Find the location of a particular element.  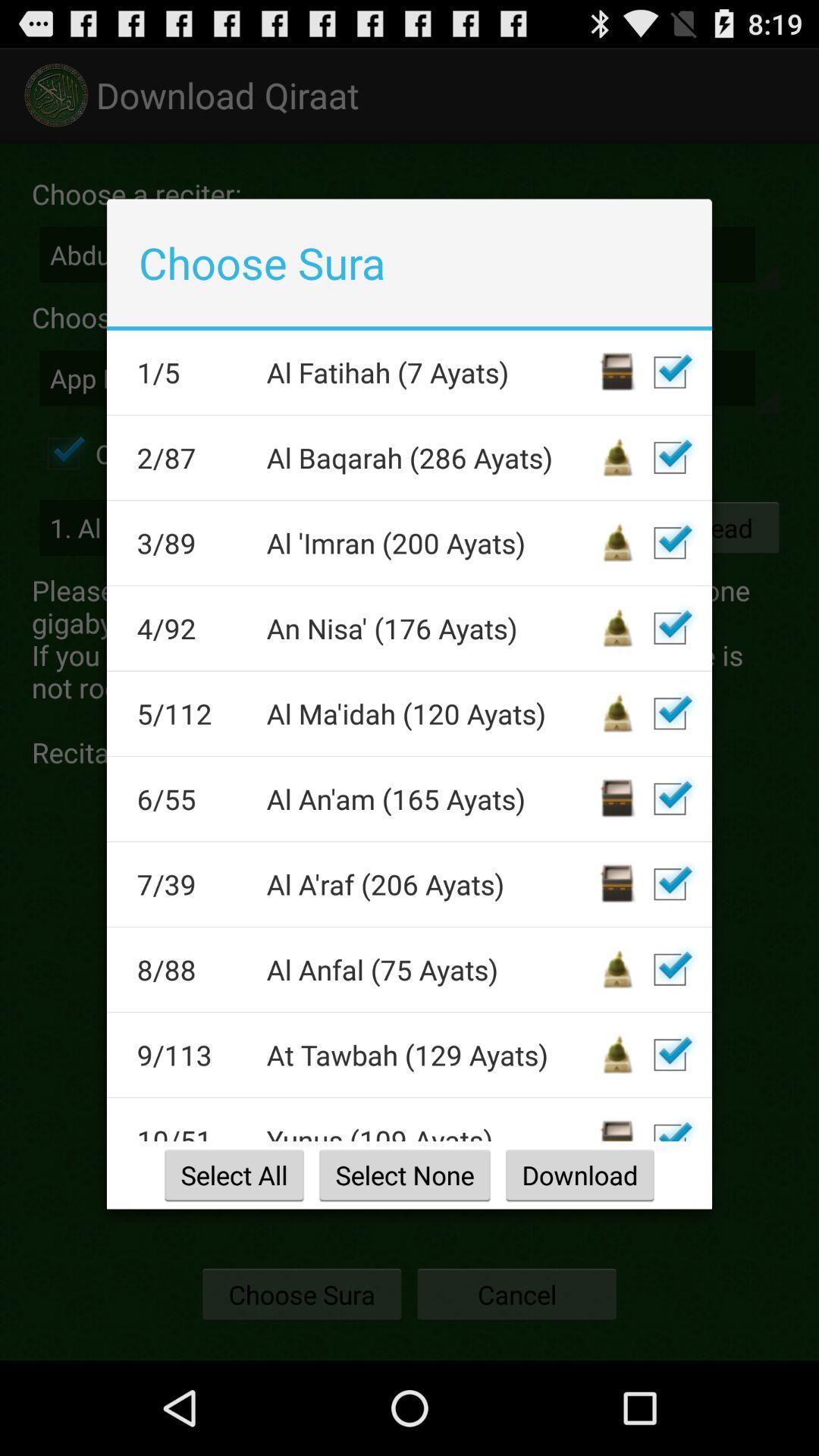

icon next to the select all is located at coordinates (403, 1174).